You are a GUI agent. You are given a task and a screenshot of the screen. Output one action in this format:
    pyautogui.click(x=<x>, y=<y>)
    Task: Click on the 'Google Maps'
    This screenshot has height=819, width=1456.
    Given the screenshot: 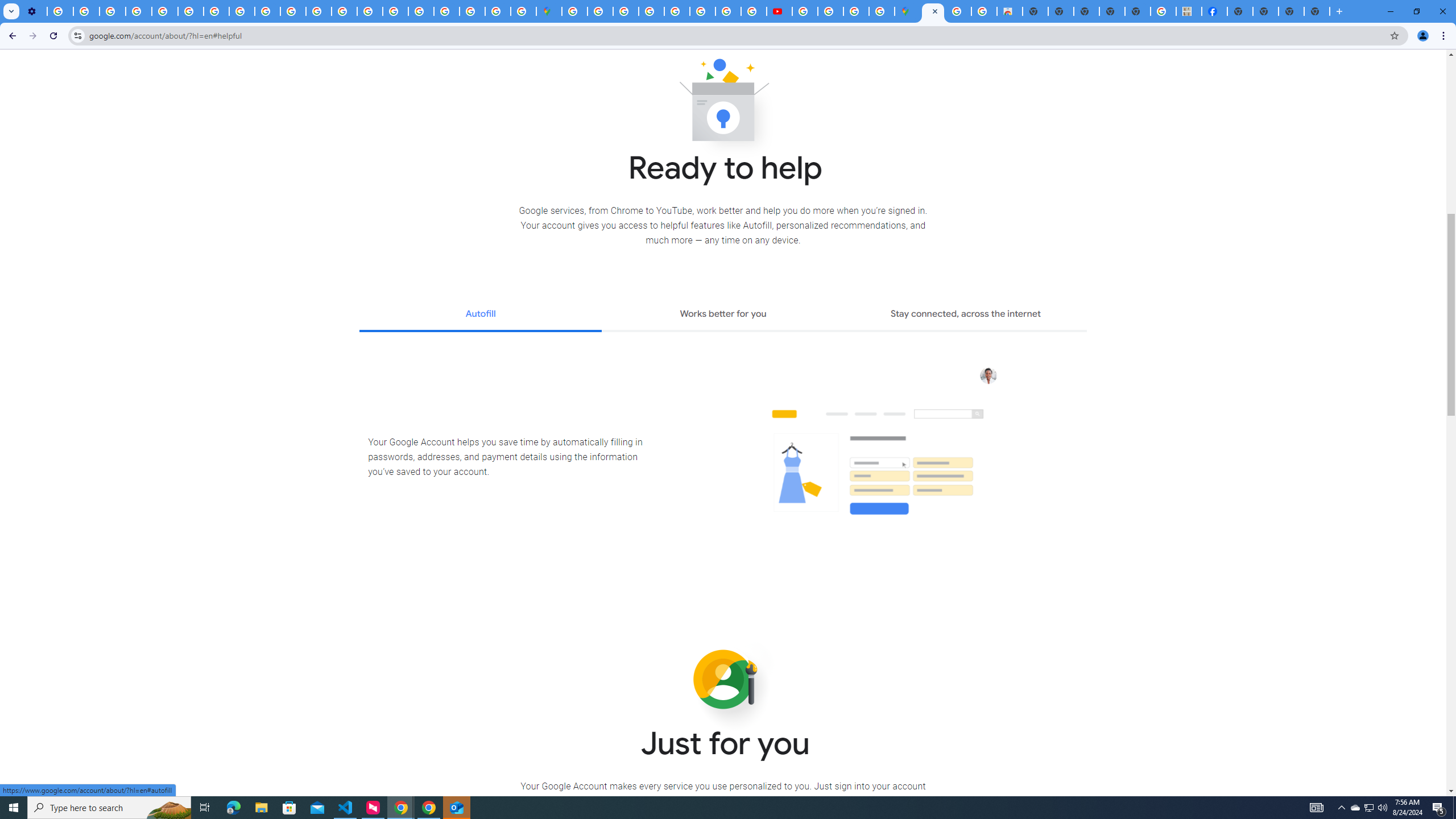 What is the action you would take?
    pyautogui.click(x=907, y=11)
    